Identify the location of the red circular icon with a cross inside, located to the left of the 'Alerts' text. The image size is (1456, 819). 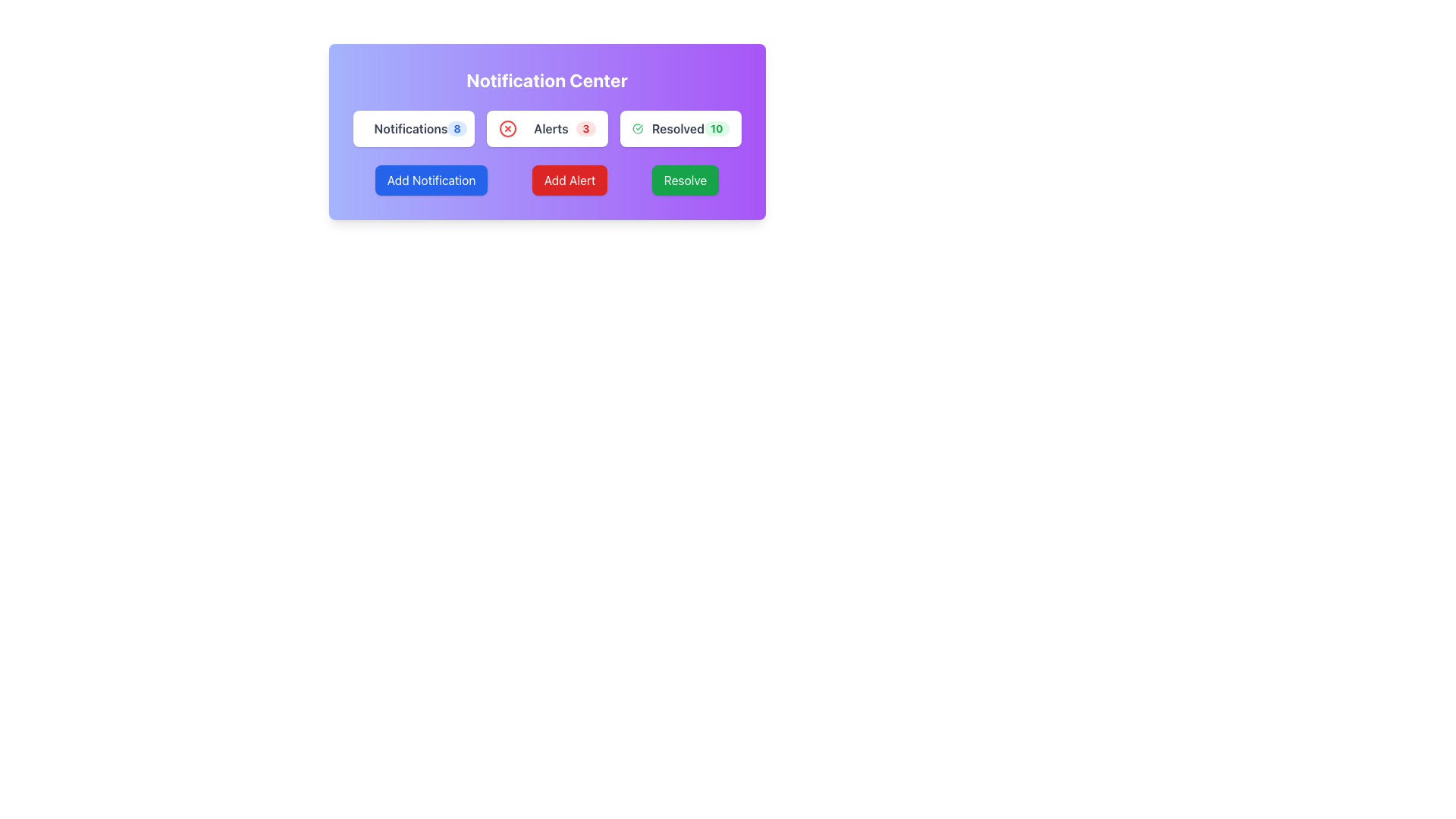
(507, 127).